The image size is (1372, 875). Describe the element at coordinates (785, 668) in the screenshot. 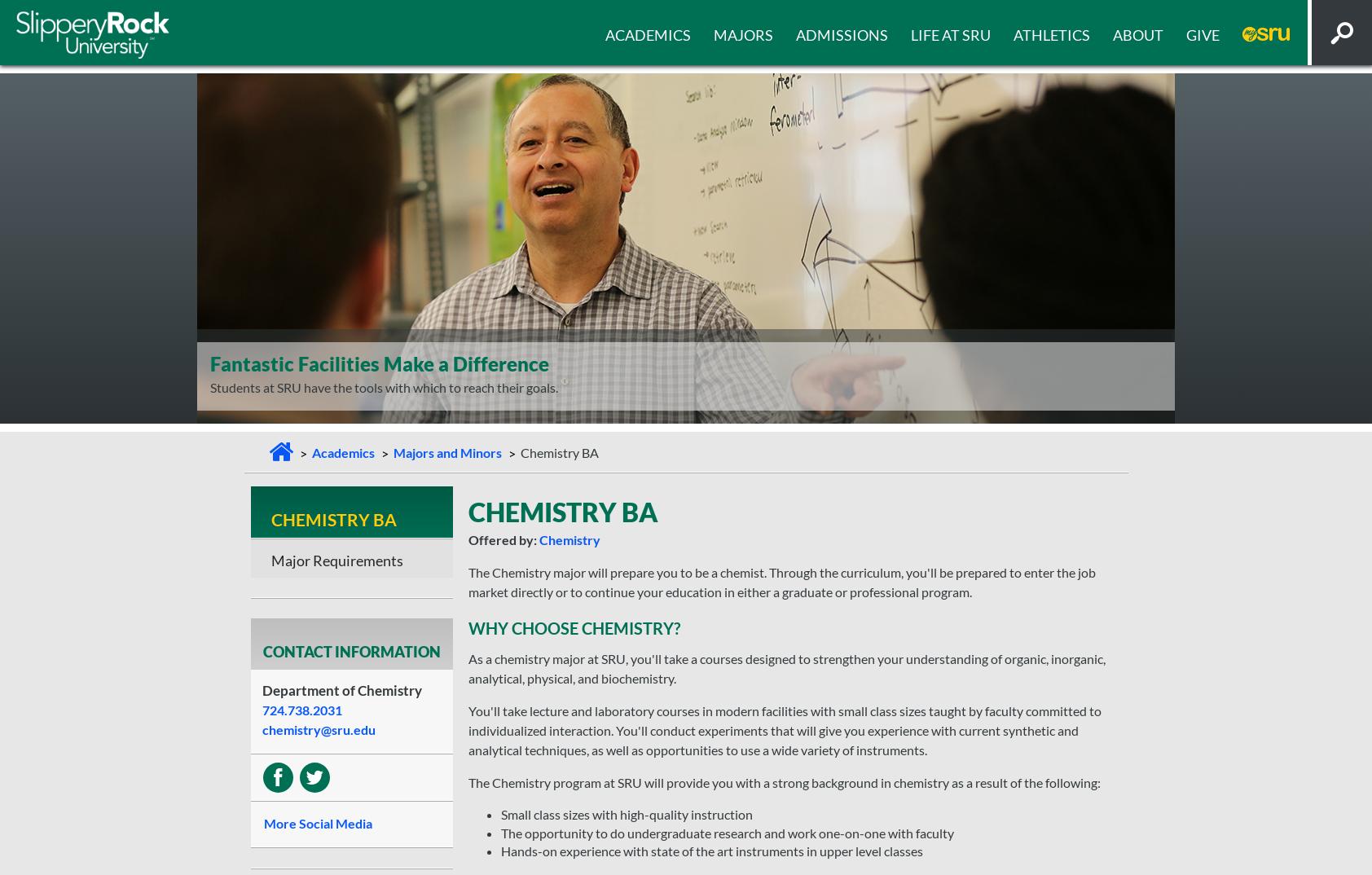

I see `'As a chemistry major at SRU, you'll take a courses designed to strengthen your understanding of organic, inorganic, analytical, physical, and biochemistry.'` at that location.